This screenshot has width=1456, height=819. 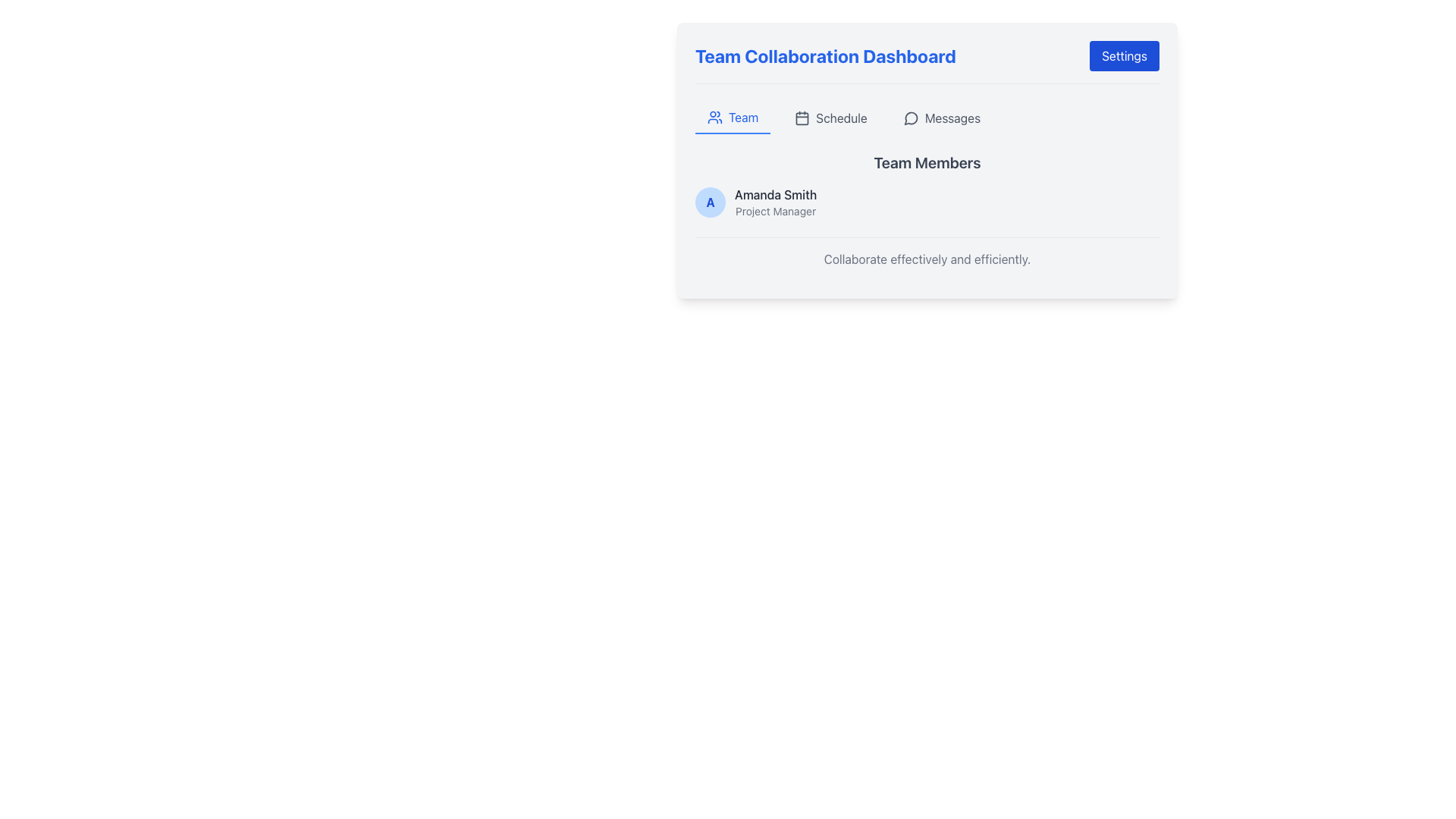 What do you see at coordinates (840, 117) in the screenshot?
I see `the 'Schedule' text label, which serves as a navigation link to the scheduling section of the interface` at bounding box center [840, 117].